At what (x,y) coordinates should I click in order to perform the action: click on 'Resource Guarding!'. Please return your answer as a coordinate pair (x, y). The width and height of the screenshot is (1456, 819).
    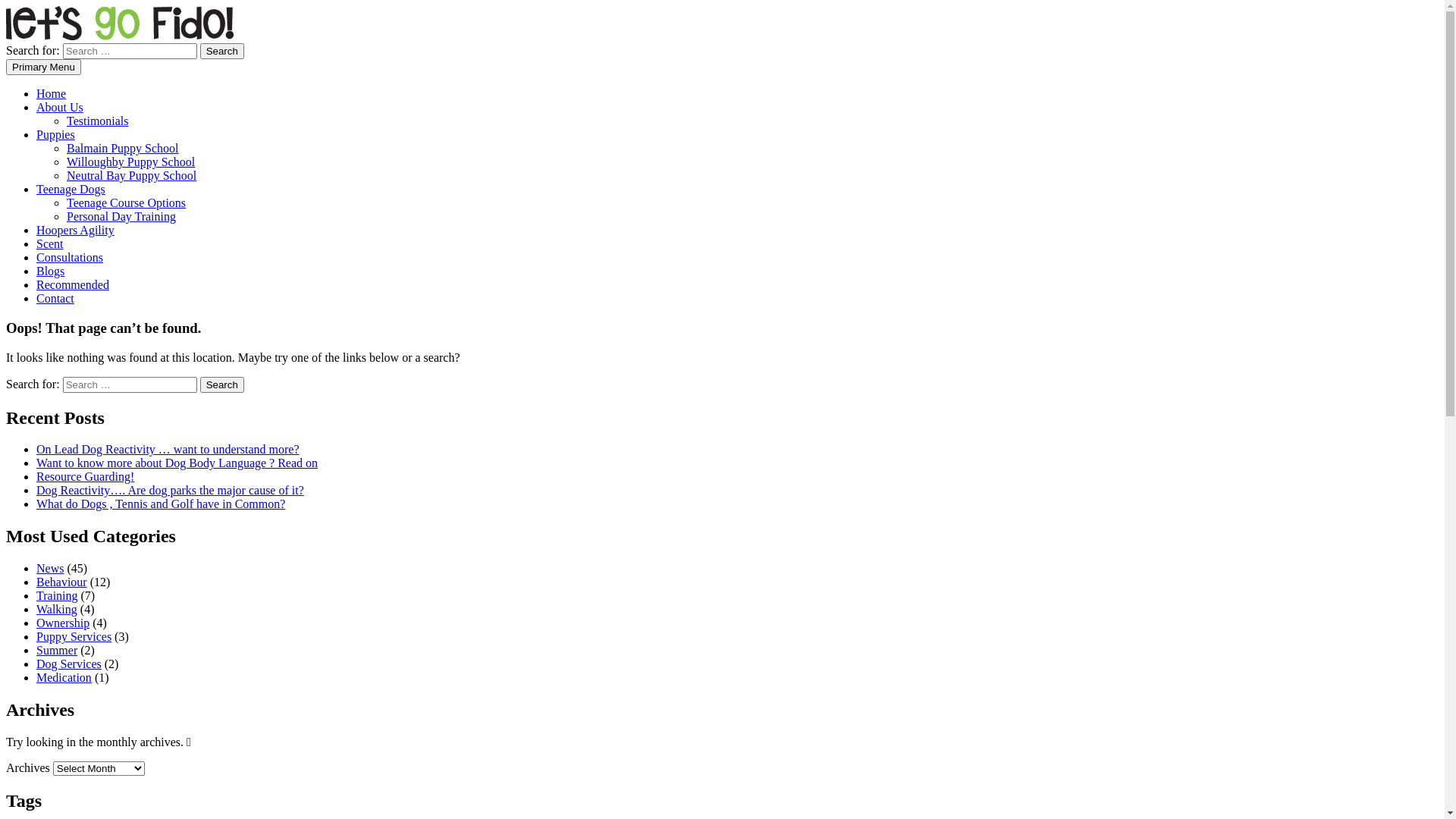
    Looking at the image, I should click on (36, 475).